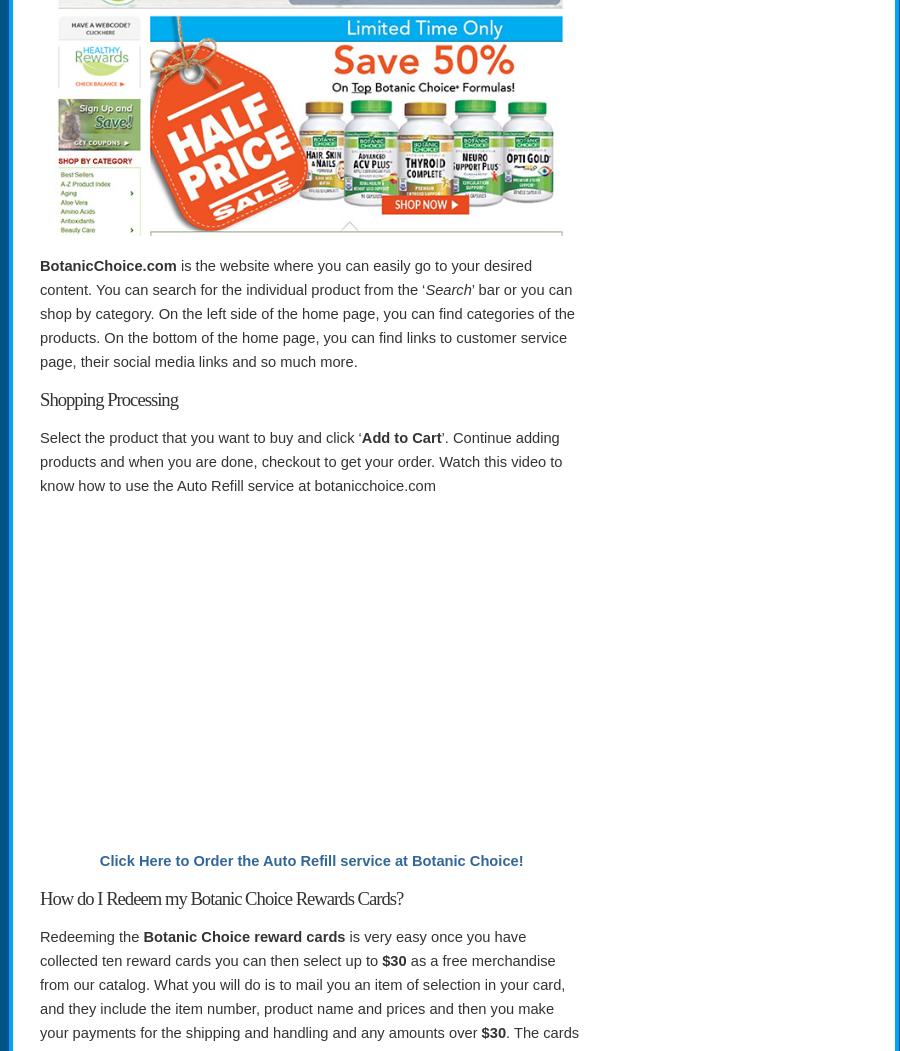 The height and width of the screenshot is (1051, 900). I want to click on 'Add to Cart', so click(401, 437).